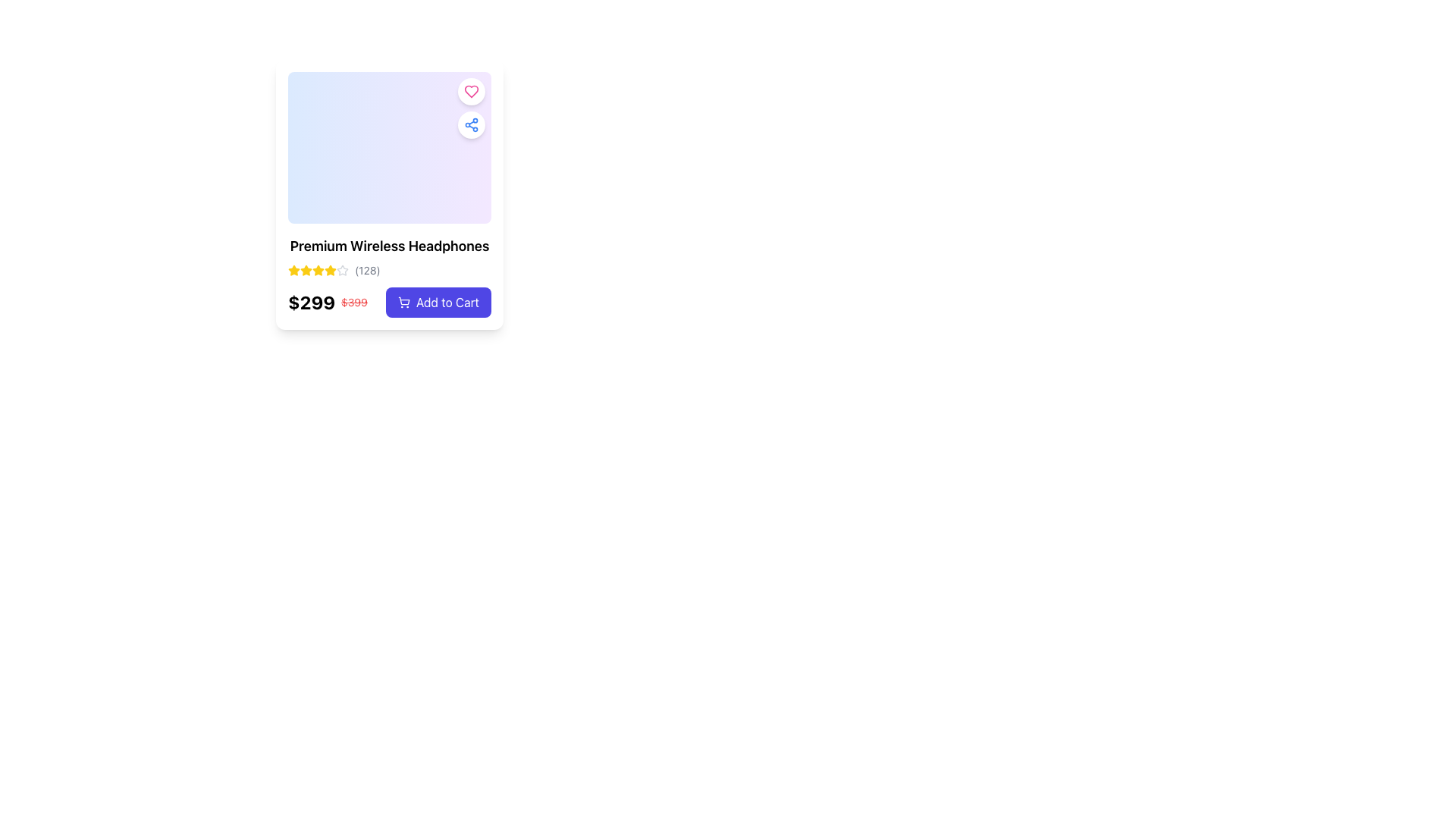  I want to click on the heart icon located at the top-right corner of the product card to favorite the item, so click(471, 91).